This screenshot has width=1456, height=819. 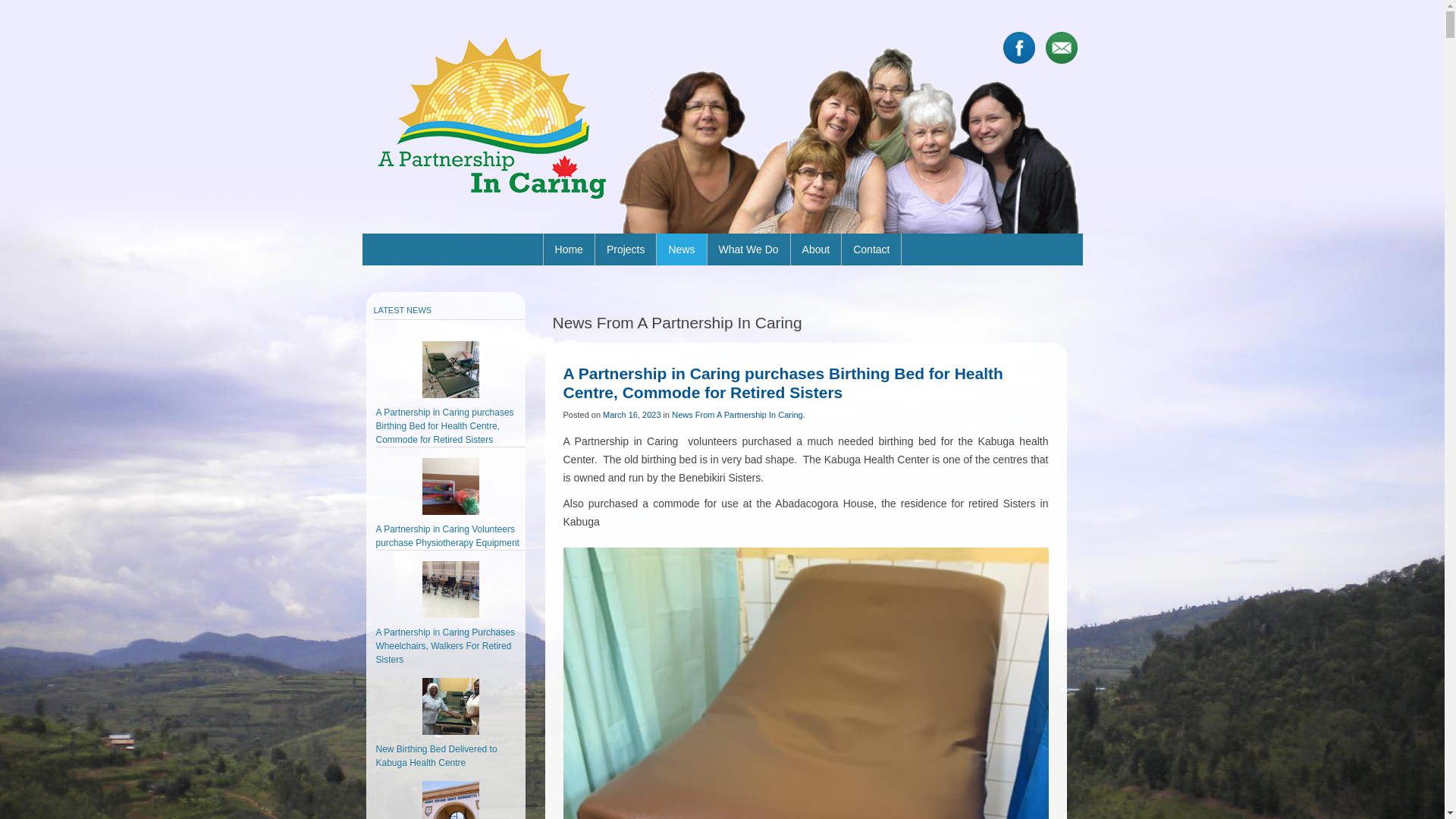 What do you see at coordinates (671, 415) in the screenshot?
I see `'News From A Partnership In Caring'` at bounding box center [671, 415].